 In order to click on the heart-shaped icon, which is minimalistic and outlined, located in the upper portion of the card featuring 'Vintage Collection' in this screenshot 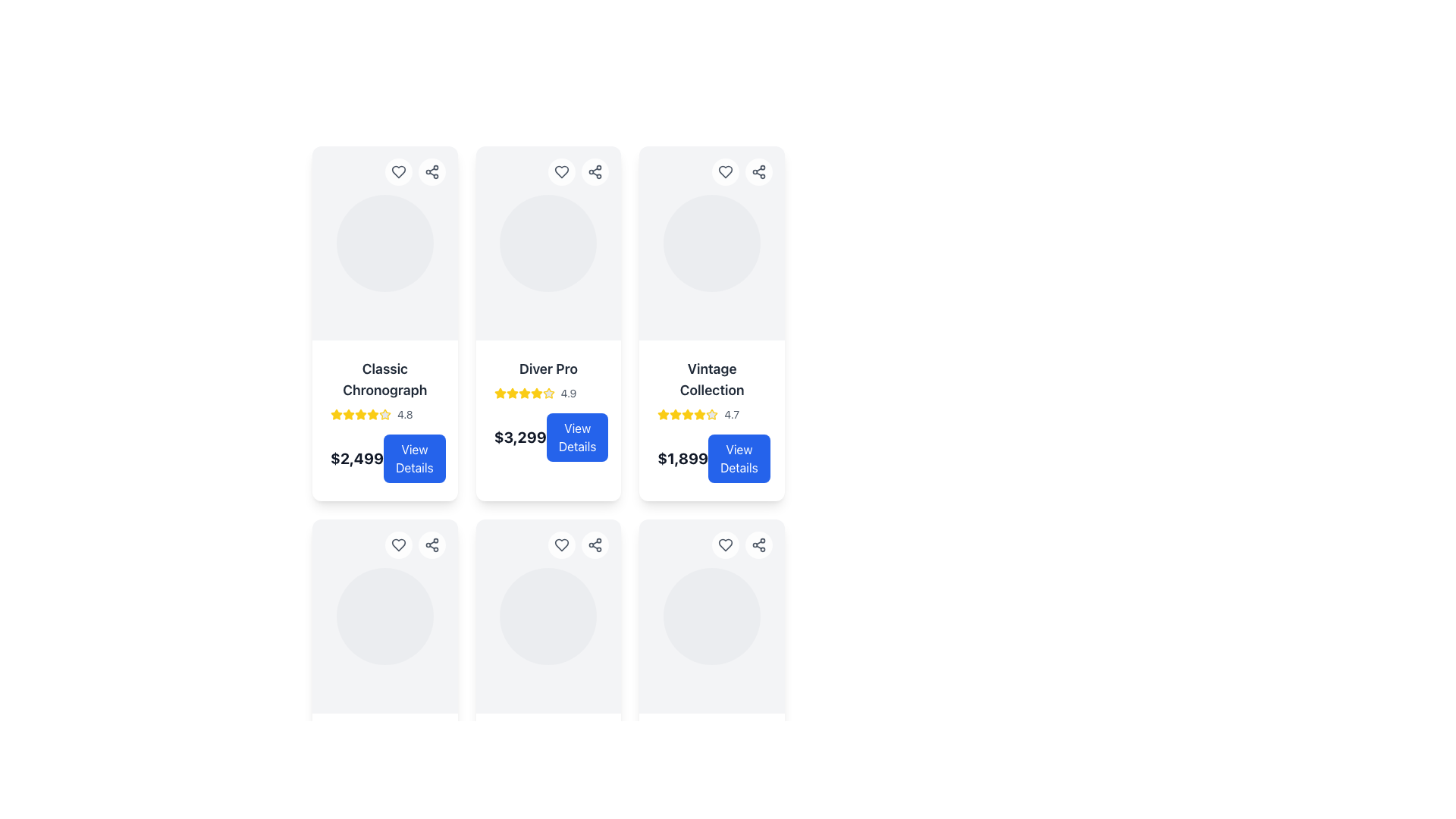, I will do `click(724, 171)`.